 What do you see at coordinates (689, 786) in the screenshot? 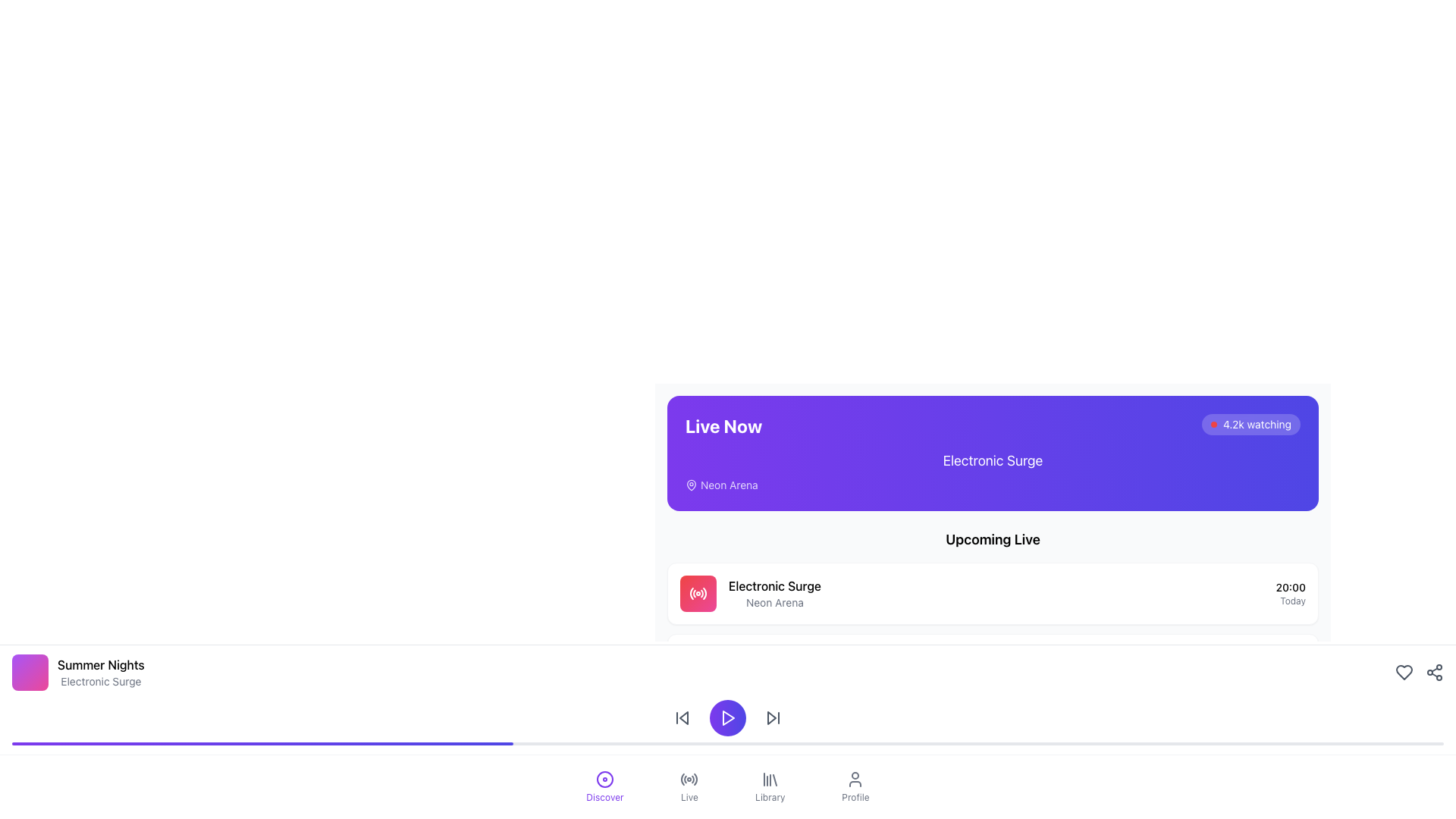
I see `the 'Live' button in the navigation bar, which features a gray icon resembling broadcast waves and the label 'Live' in small, gray font` at bounding box center [689, 786].